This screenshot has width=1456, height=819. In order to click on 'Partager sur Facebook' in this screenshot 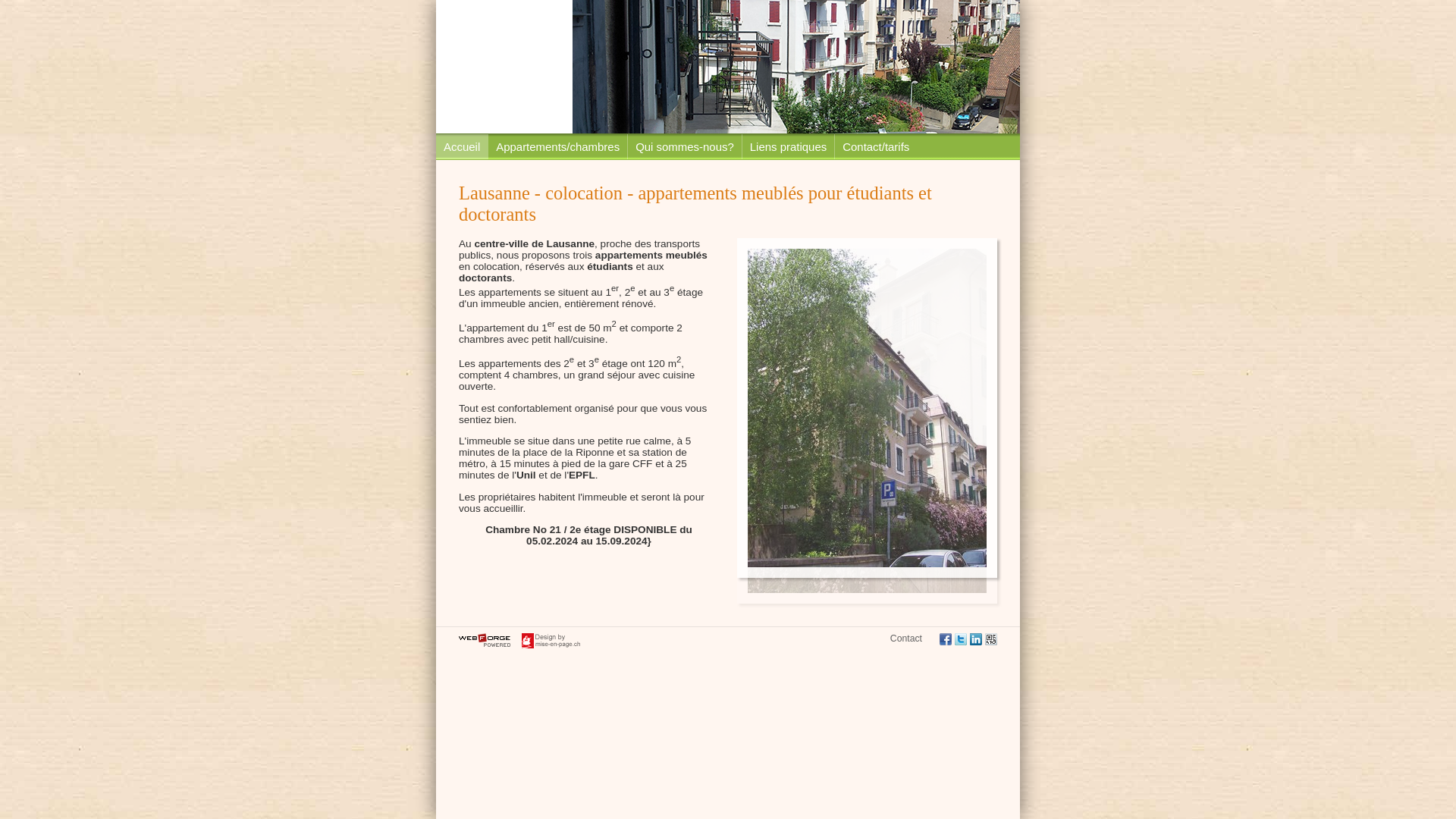, I will do `click(938, 640)`.